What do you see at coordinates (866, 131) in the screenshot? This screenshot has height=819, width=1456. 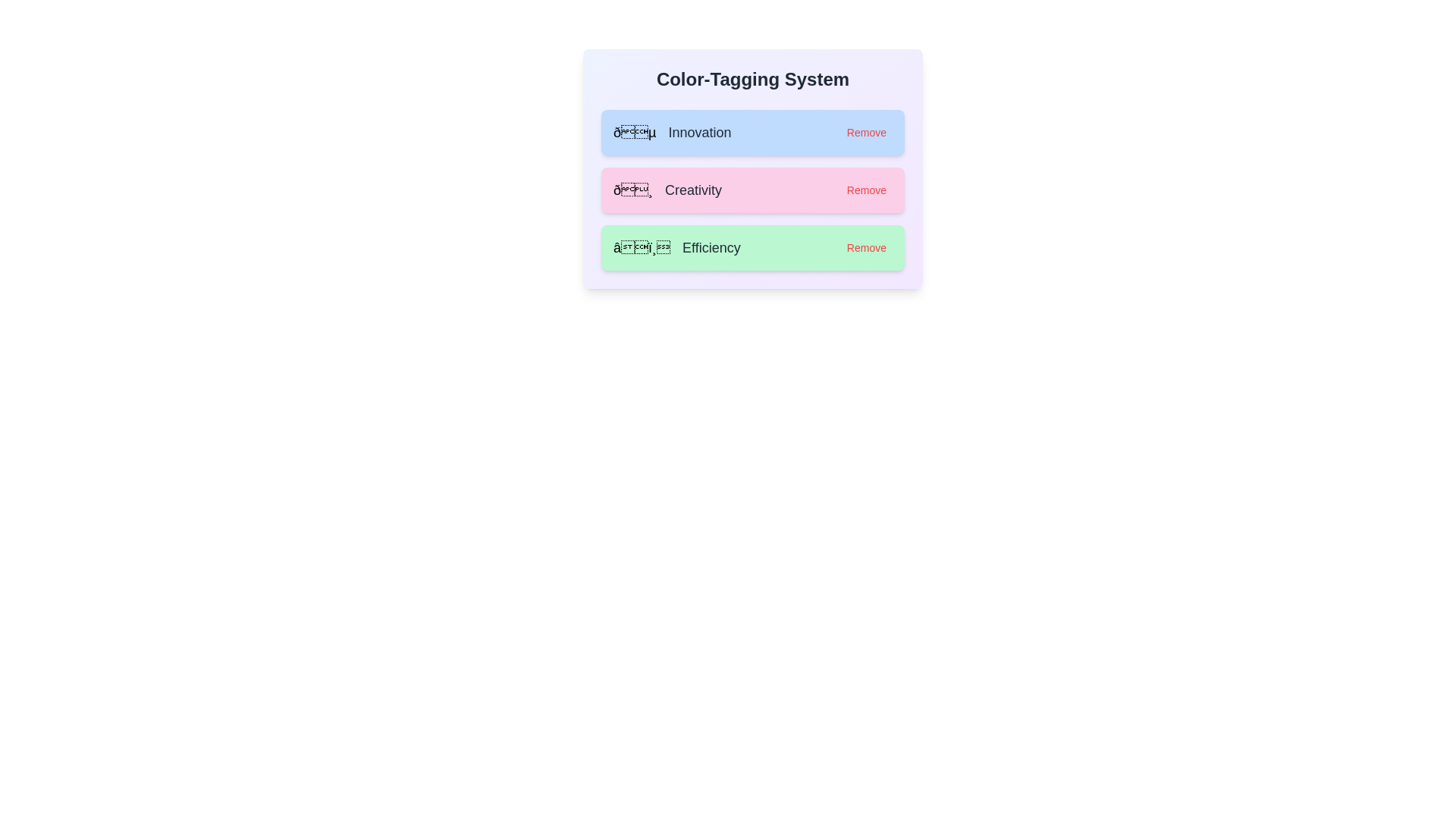 I see `the 'Remove' button next to the tag labeled Innovation` at bounding box center [866, 131].